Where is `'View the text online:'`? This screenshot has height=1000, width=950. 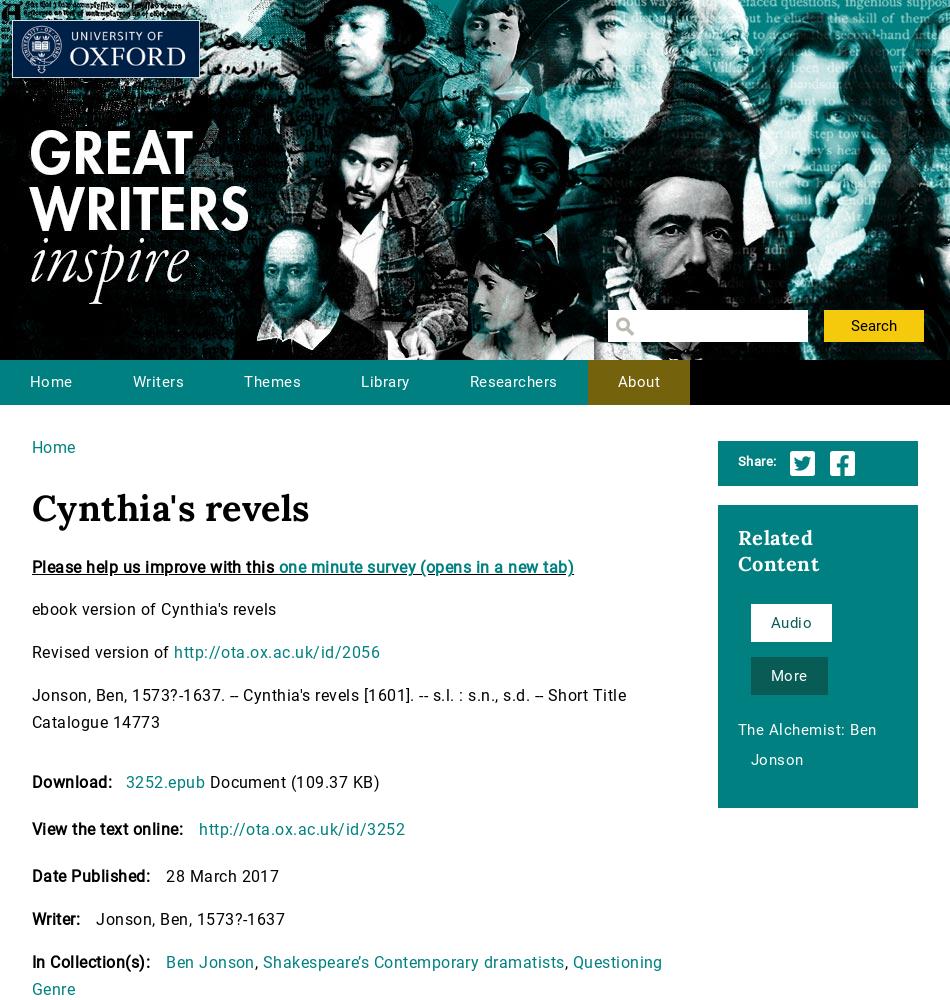 'View the text online:' is located at coordinates (107, 827).